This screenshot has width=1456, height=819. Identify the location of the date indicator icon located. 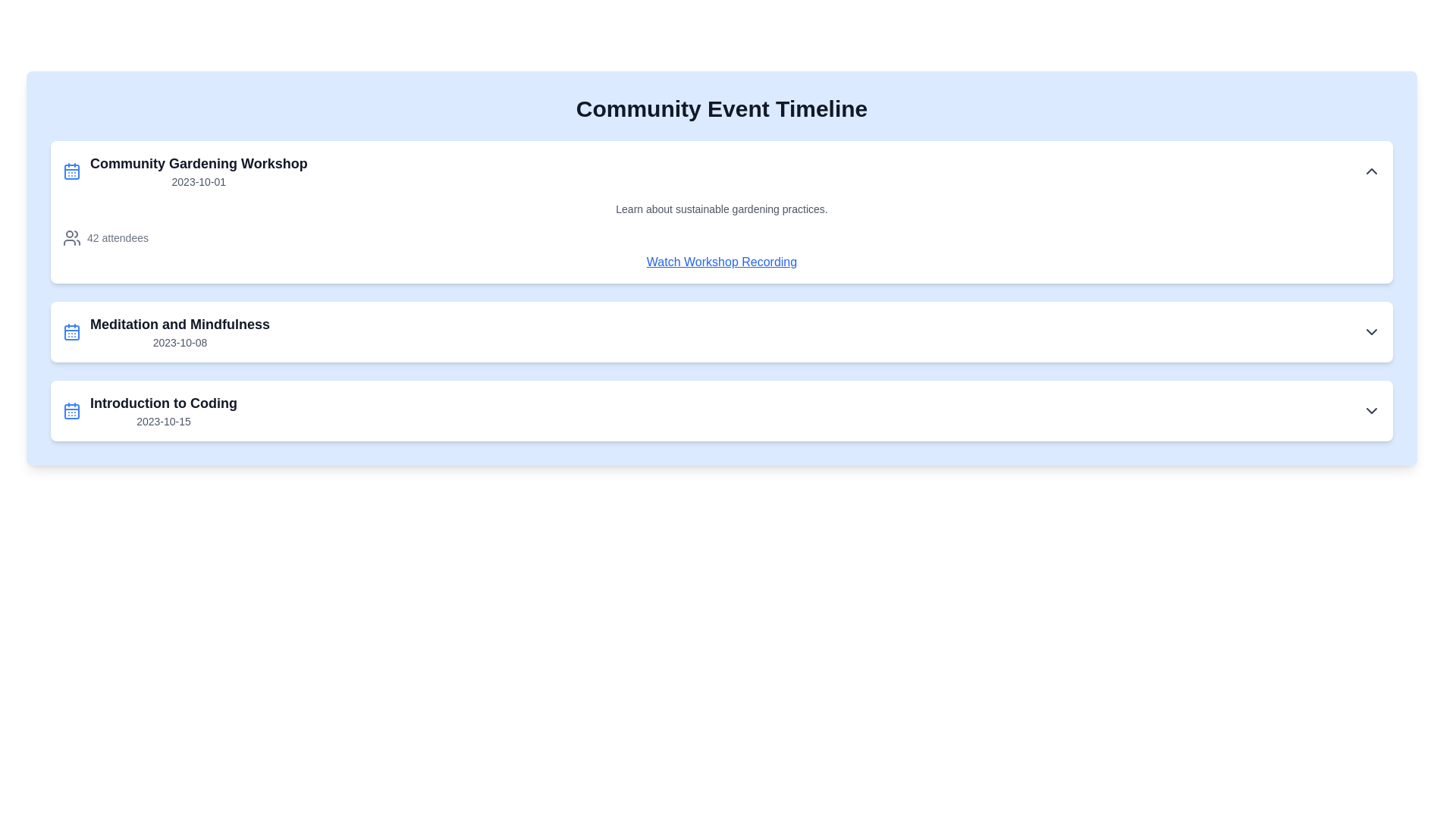
(71, 171).